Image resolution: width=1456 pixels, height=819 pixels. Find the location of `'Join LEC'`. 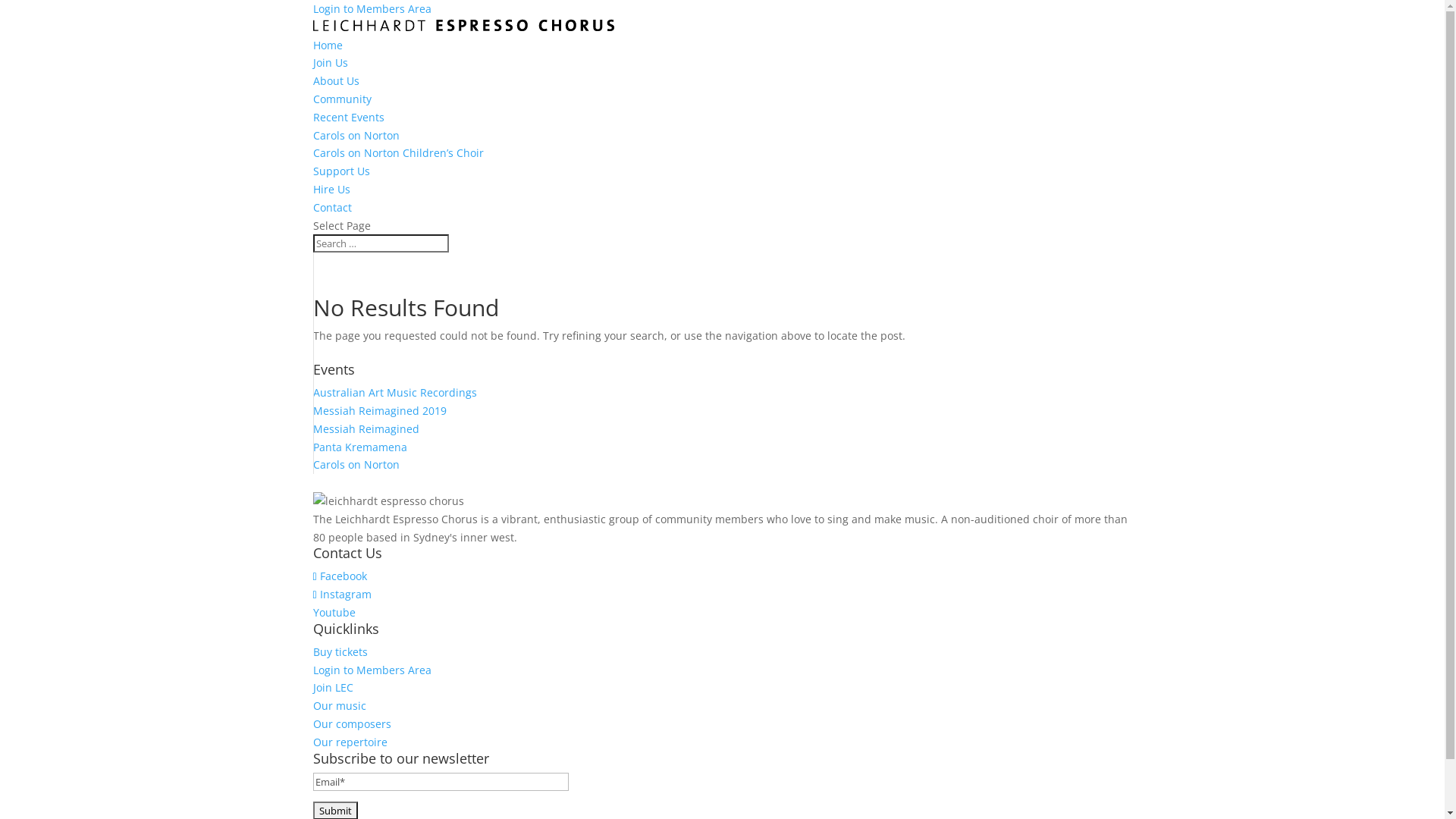

'Join LEC' is located at coordinates (331, 687).